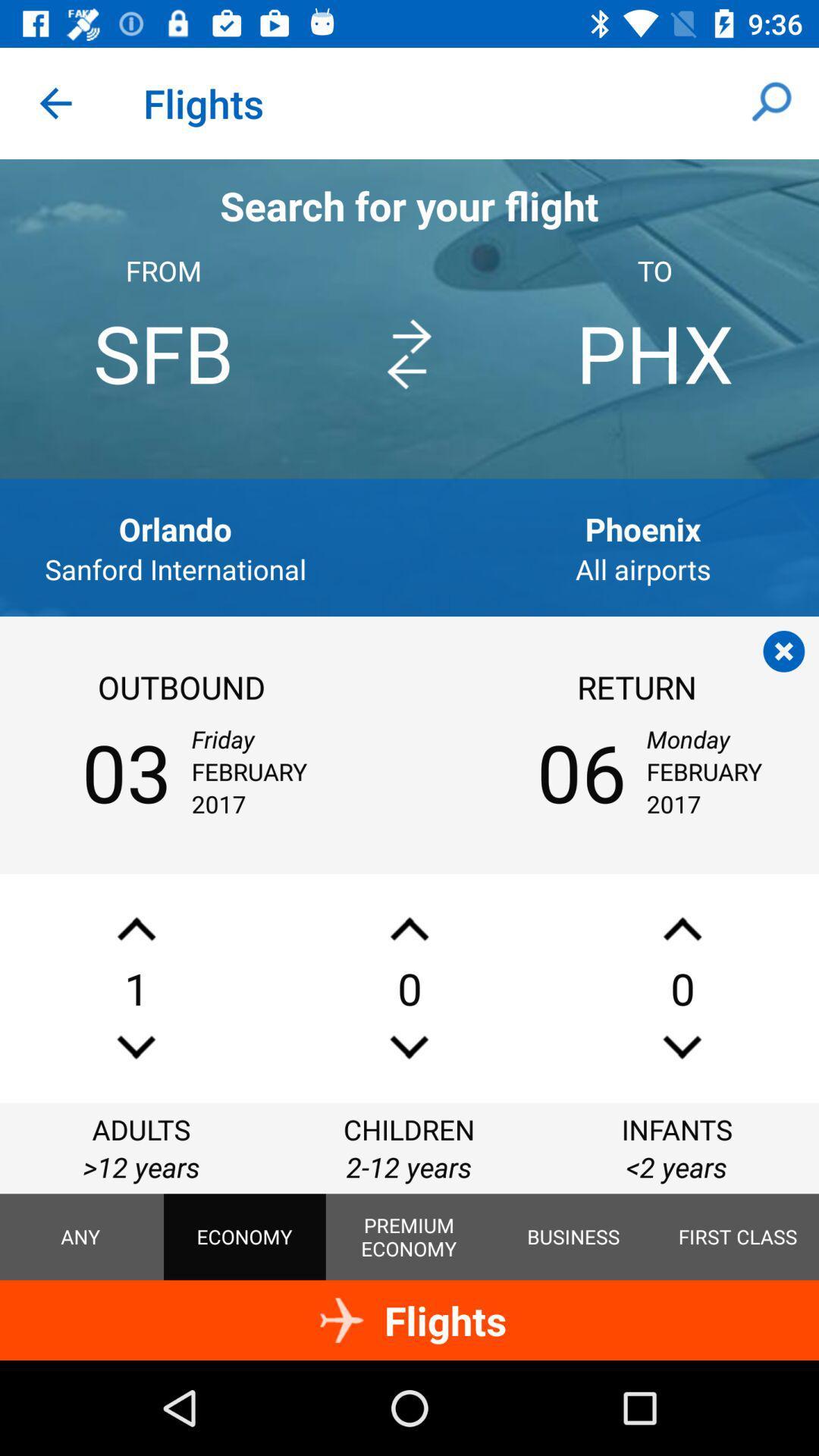 This screenshot has width=819, height=1456. What do you see at coordinates (80, 1237) in the screenshot?
I see `the any icon` at bounding box center [80, 1237].